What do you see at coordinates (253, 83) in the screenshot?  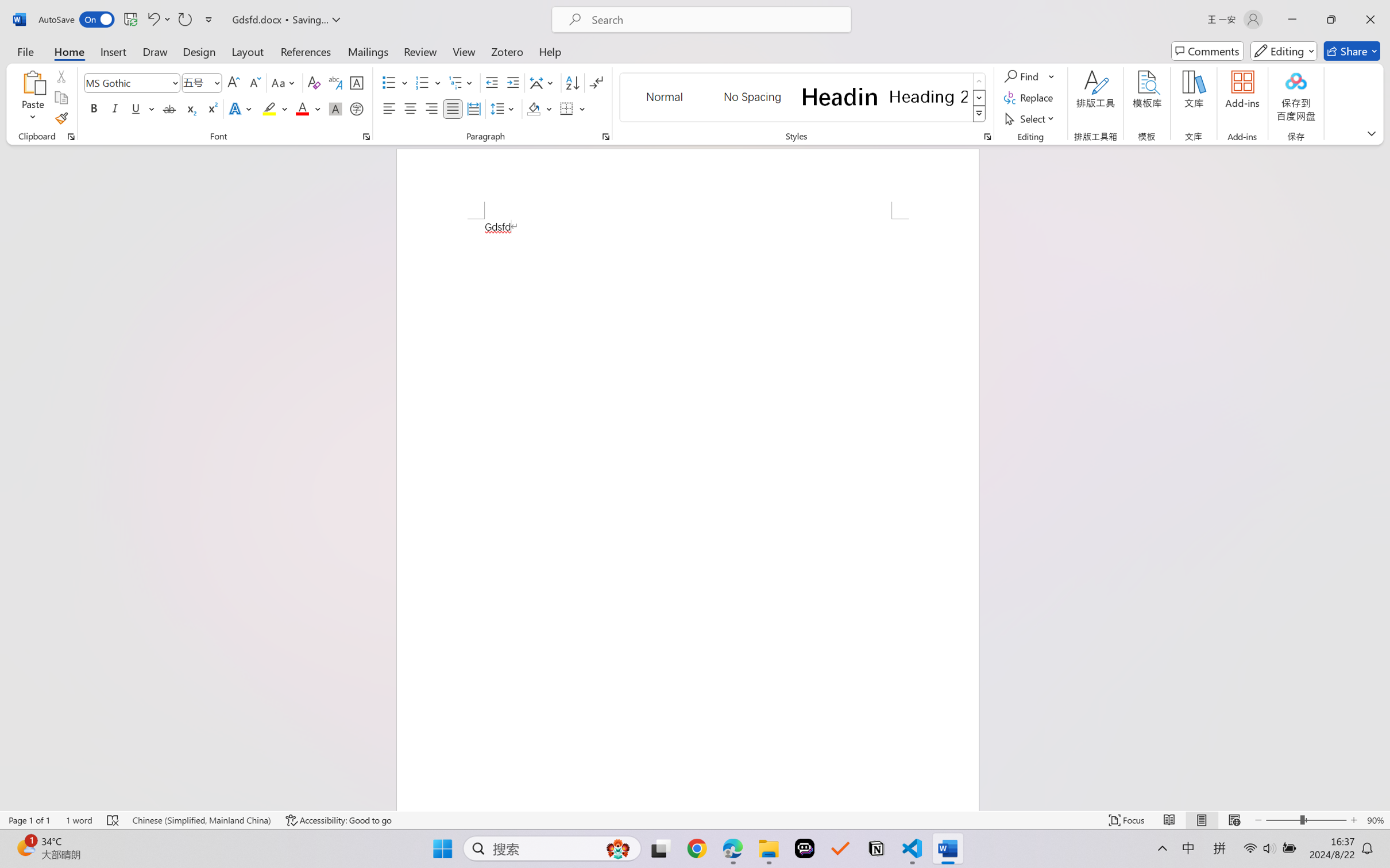 I see `'Shrink Font'` at bounding box center [253, 83].